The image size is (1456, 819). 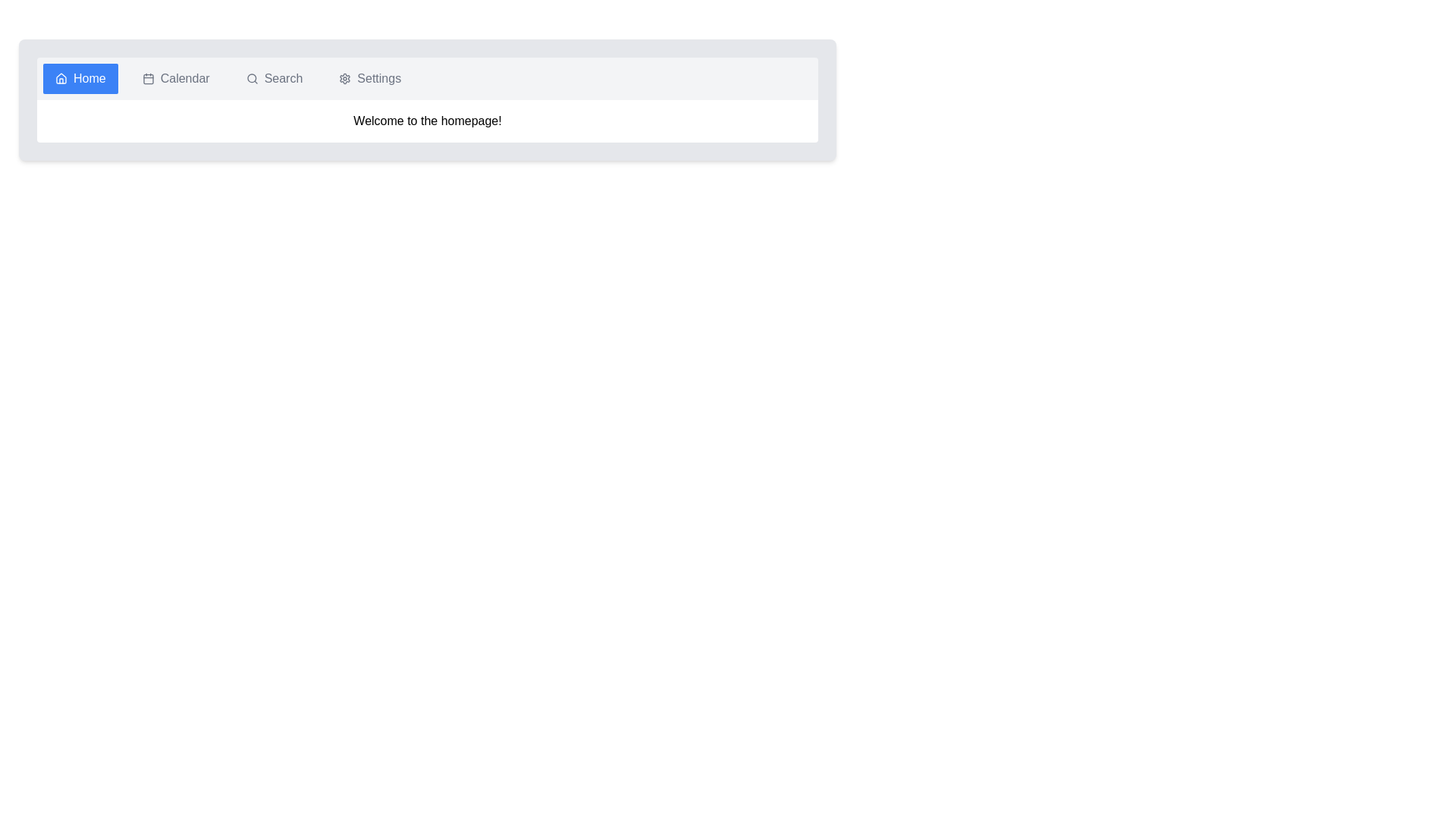 I want to click on text of the 'Calendar' label, which is the second item in the horizontal navigation menu and is displayed in a standard sans-serif font on a light background, so click(x=184, y=79).